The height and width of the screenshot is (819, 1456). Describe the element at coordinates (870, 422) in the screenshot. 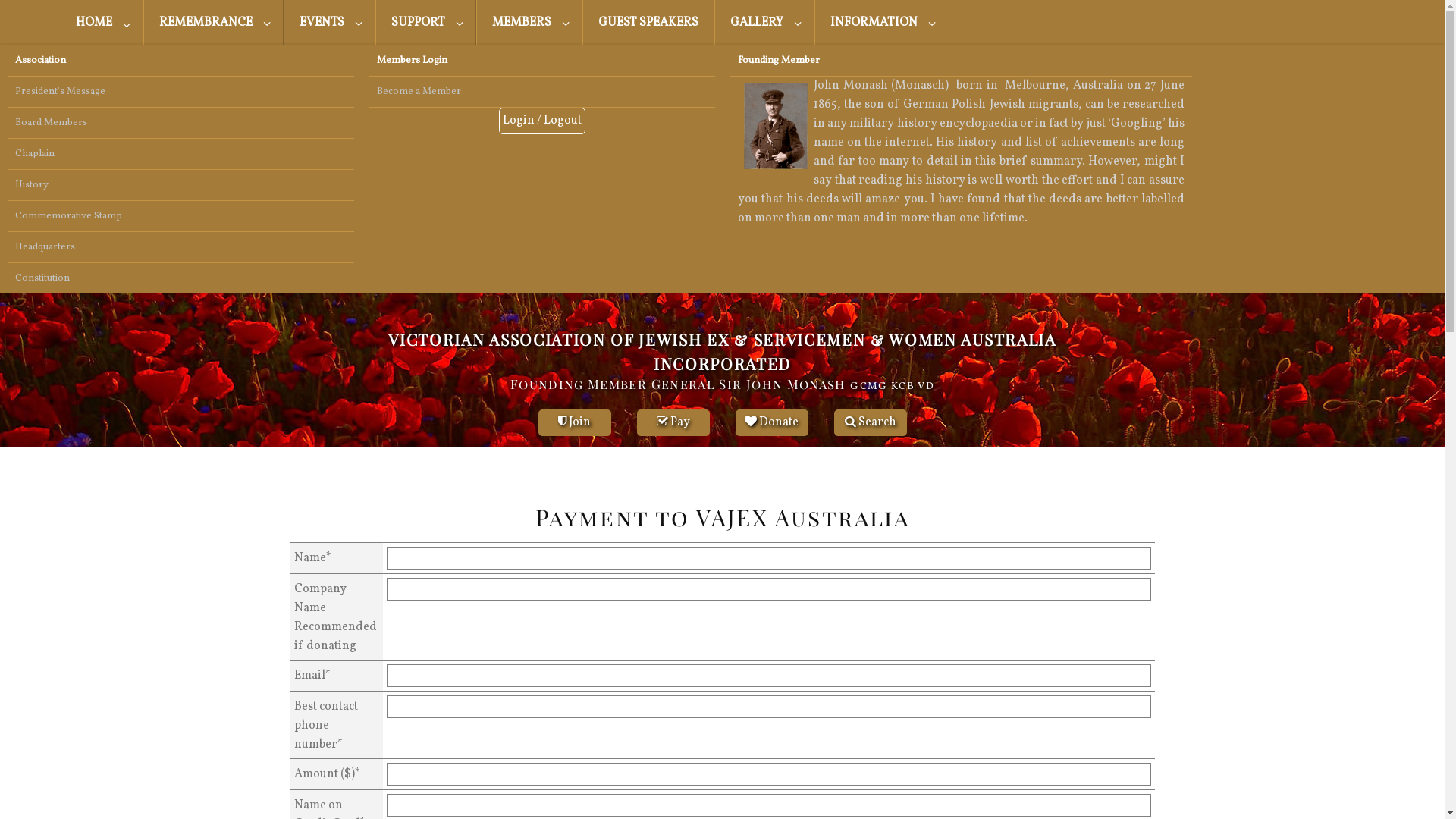

I see `'Search'` at that location.